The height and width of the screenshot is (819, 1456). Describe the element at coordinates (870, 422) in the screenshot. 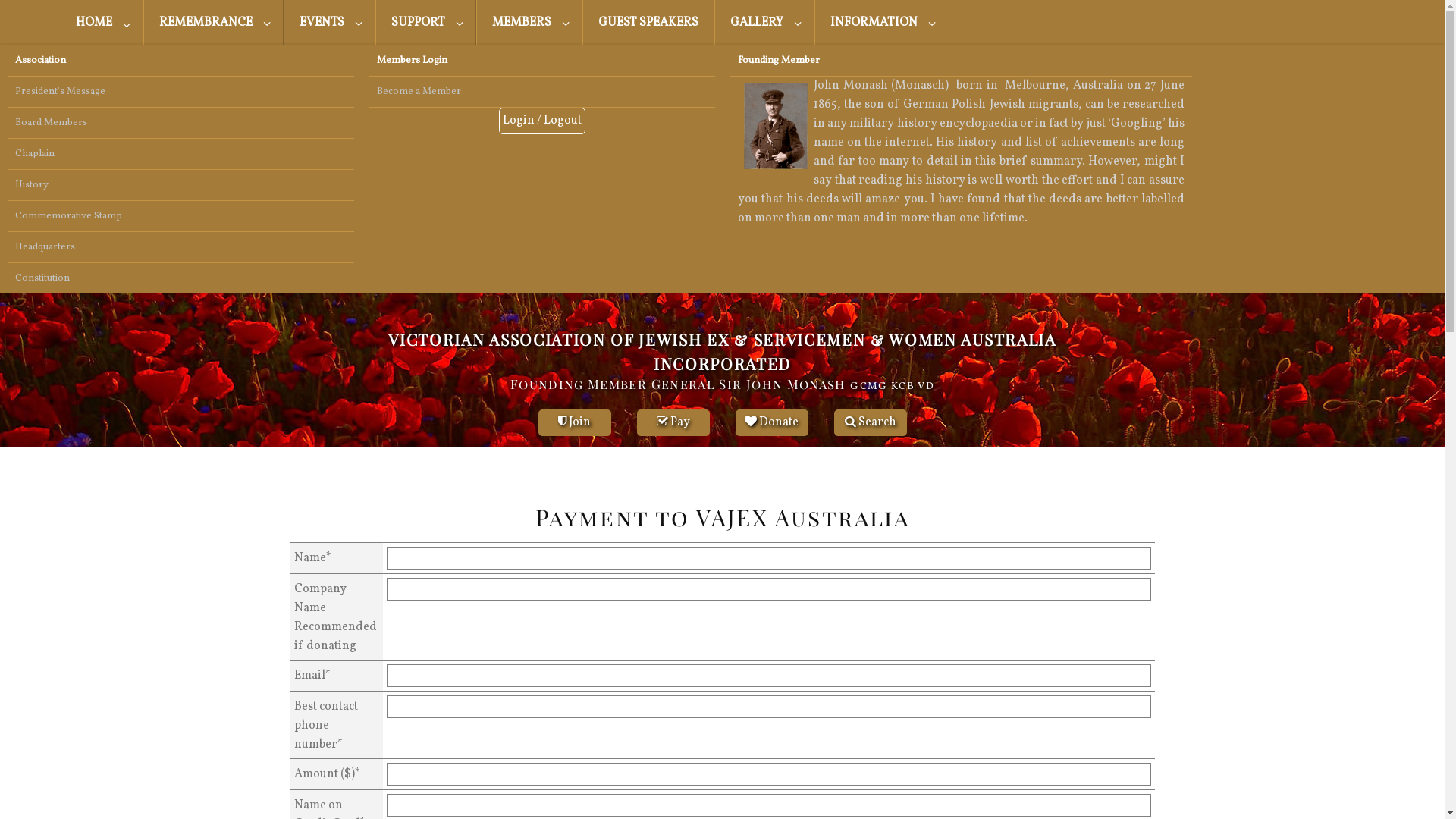

I see `'Search'` at that location.